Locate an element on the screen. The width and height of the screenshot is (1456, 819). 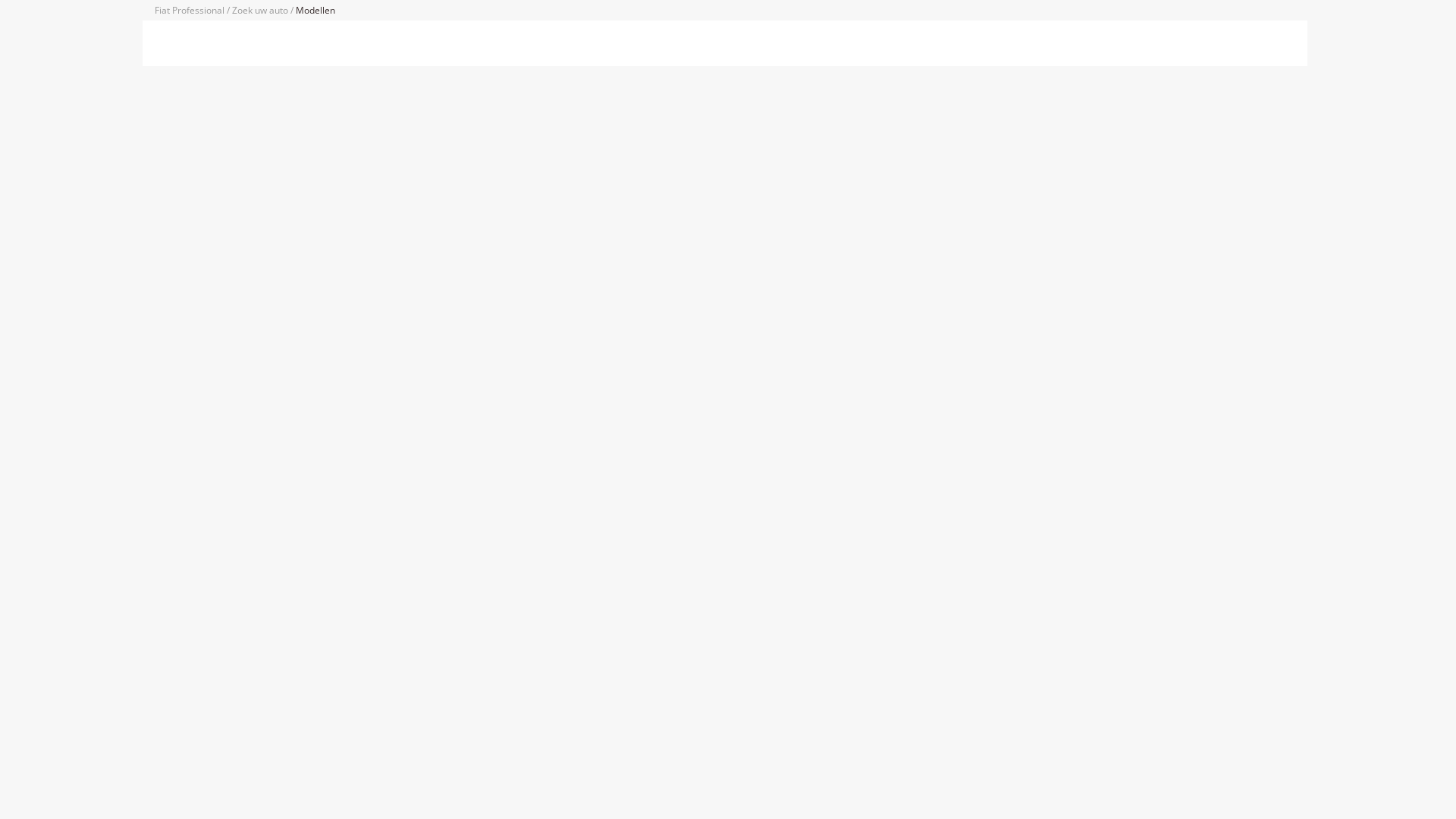
'Fiat Professional' is located at coordinates (190, 10).